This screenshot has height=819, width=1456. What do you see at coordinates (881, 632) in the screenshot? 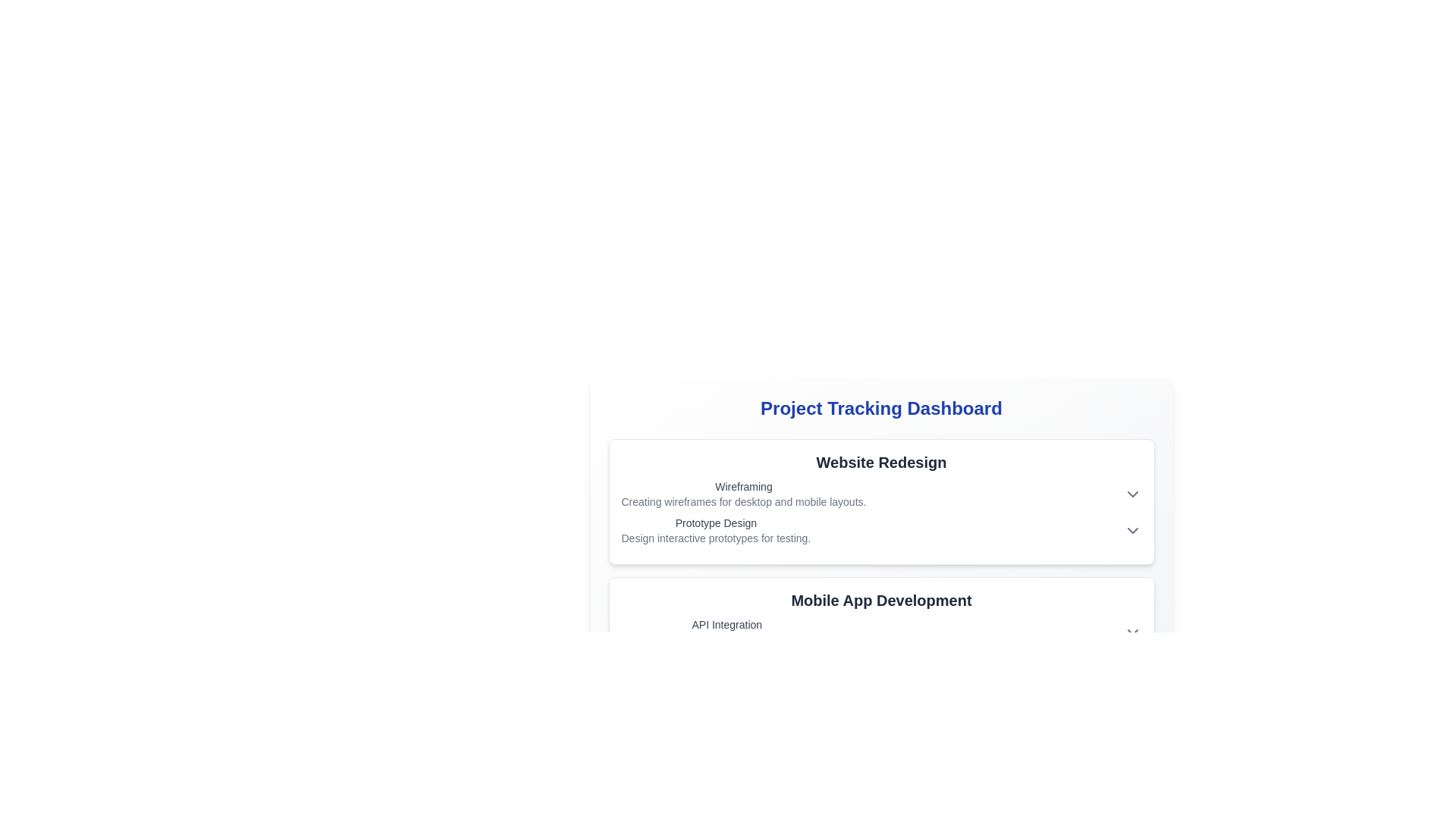
I see `information displayed in the list item titled 'API Integration' with the description 'Connecting front-end and back-end services.'` at bounding box center [881, 632].